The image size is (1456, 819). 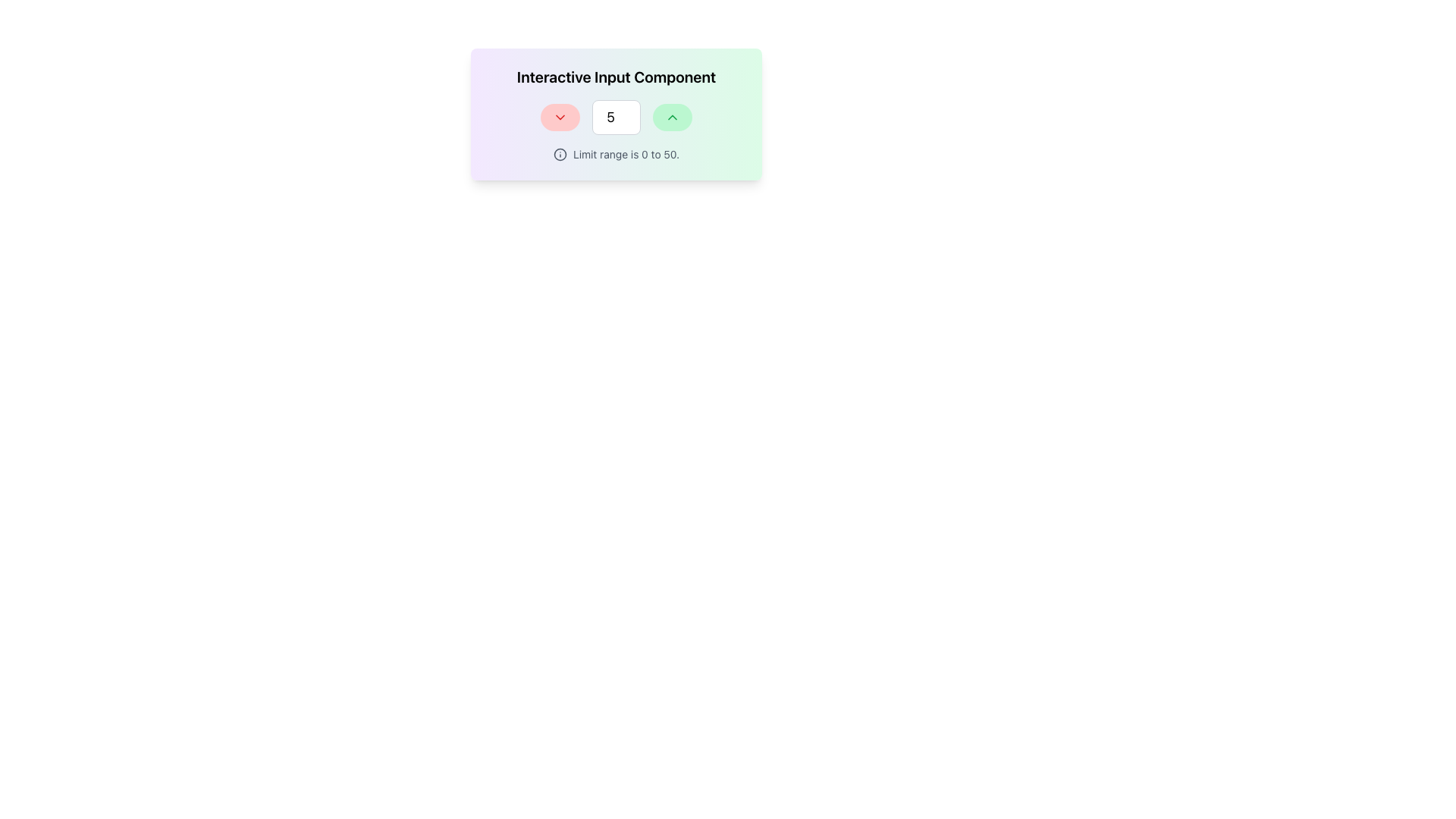 I want to click on the informational text label that provides the valid range (0 to 50) located at the bottom of the 'Interactive Input Component' area, so click(x=616, y=155).